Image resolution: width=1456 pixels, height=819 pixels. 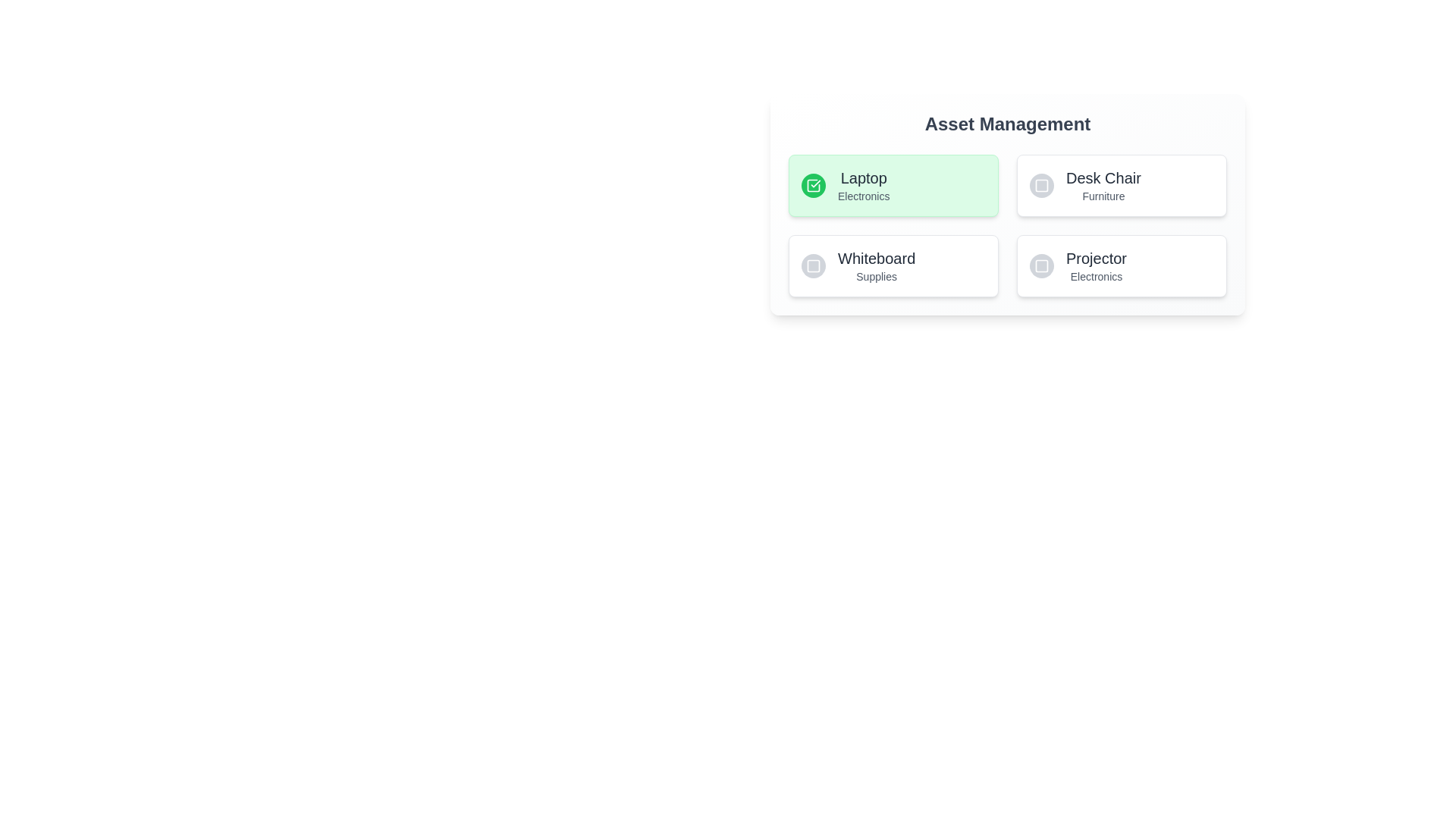 I want to click on the asset item identified by Laptop, so click(x=893, y=185).